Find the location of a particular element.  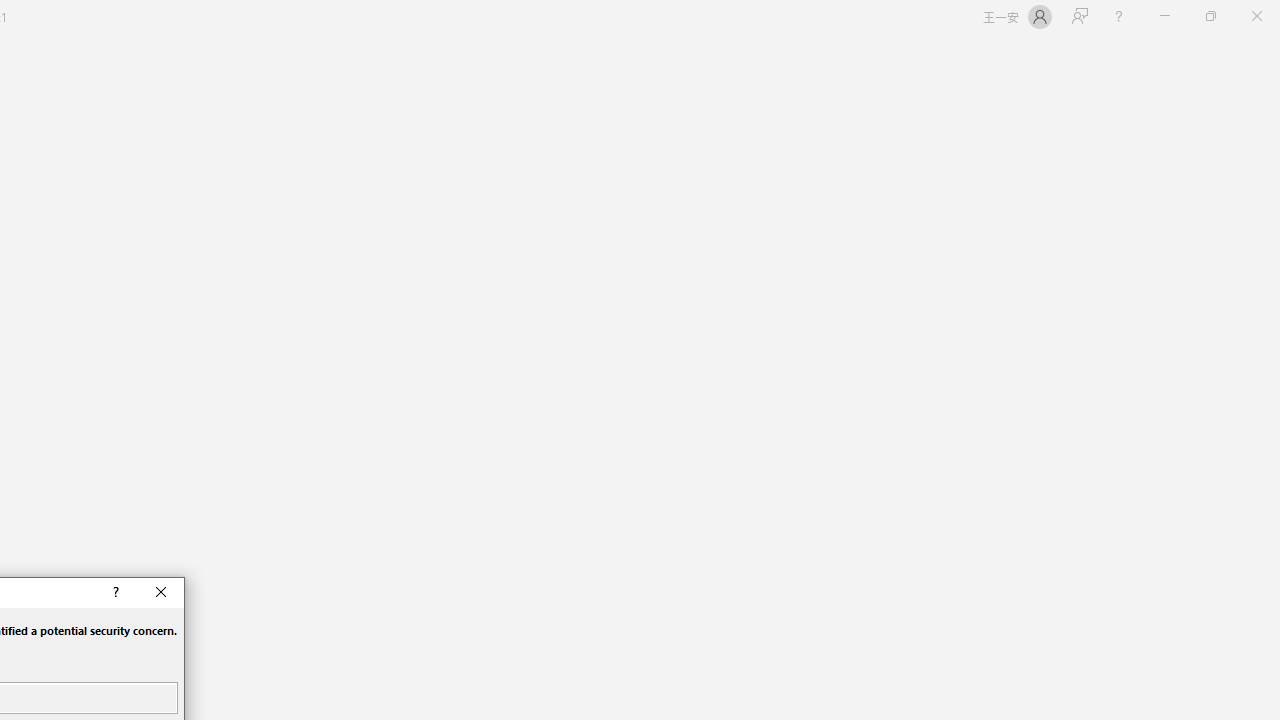

'Minimize' is located at coordinates (1164, 16).